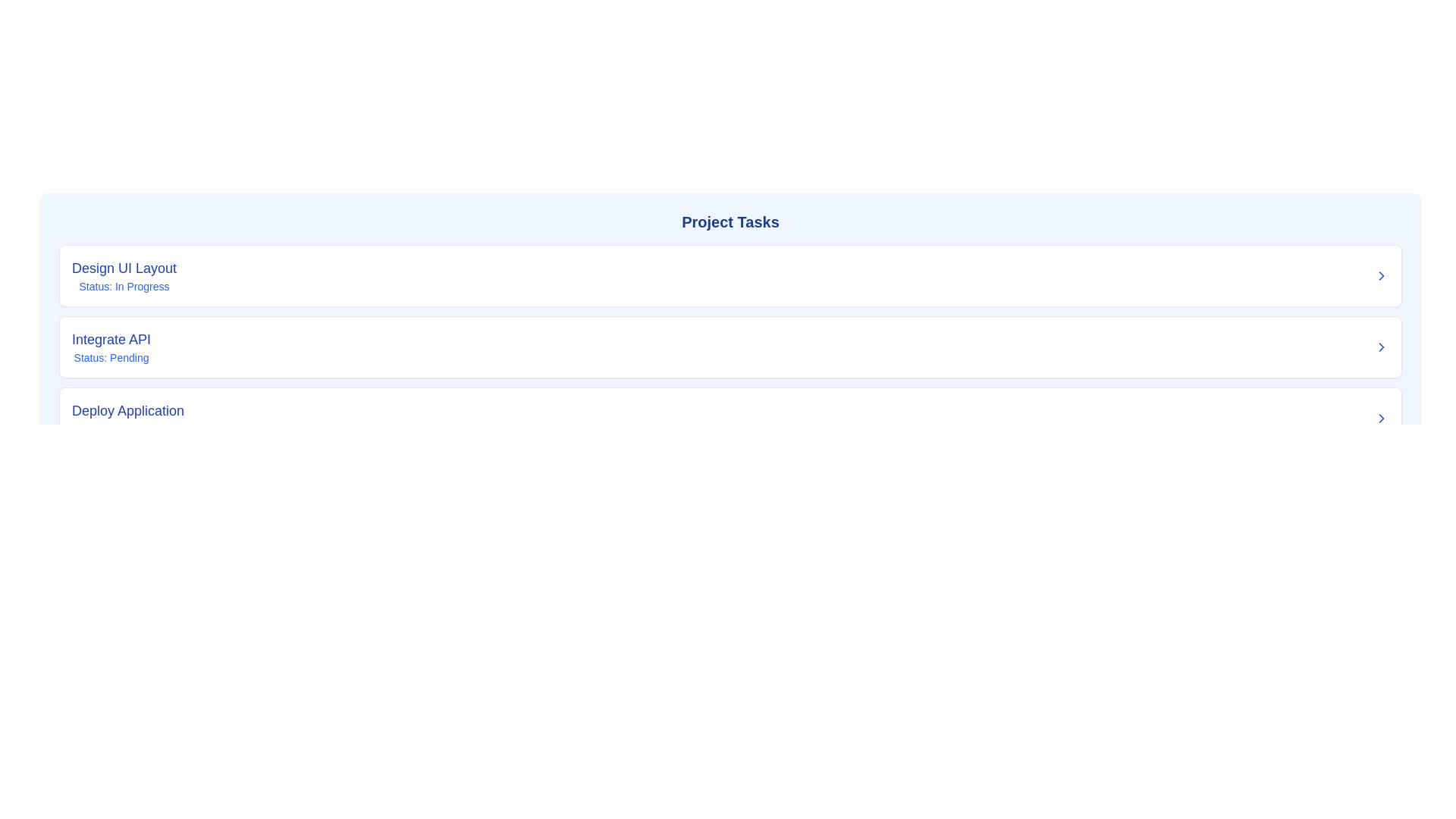 The height and width of the screenshot is (819, 1456). I want to click on the blue right-pointing chevron icon at the extreme right end of the 'Deploy Application' card to indicate focus, so click(1382, 418).